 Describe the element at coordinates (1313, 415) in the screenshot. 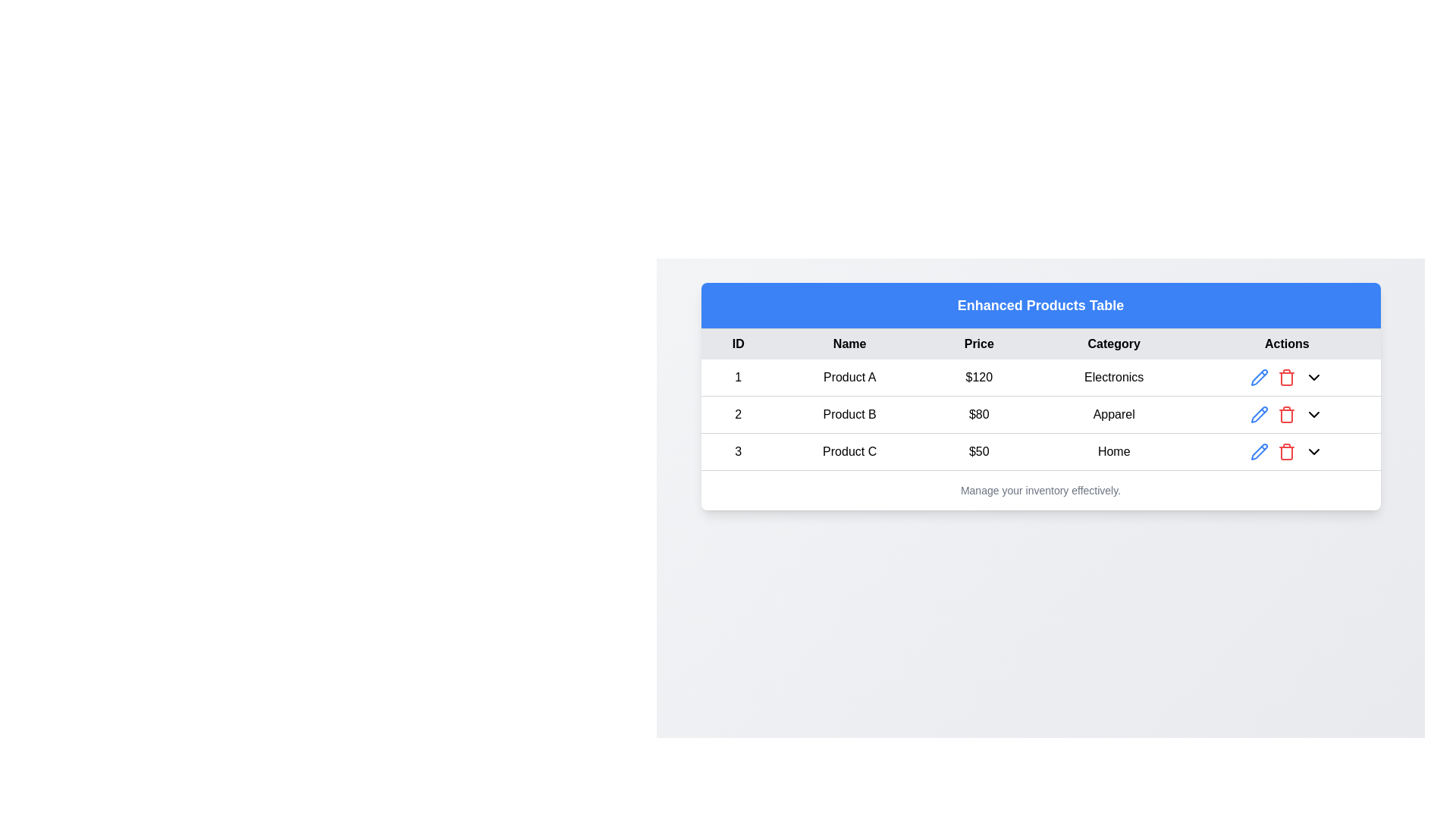

I see `the downward-pointing chevron icon` at that location.